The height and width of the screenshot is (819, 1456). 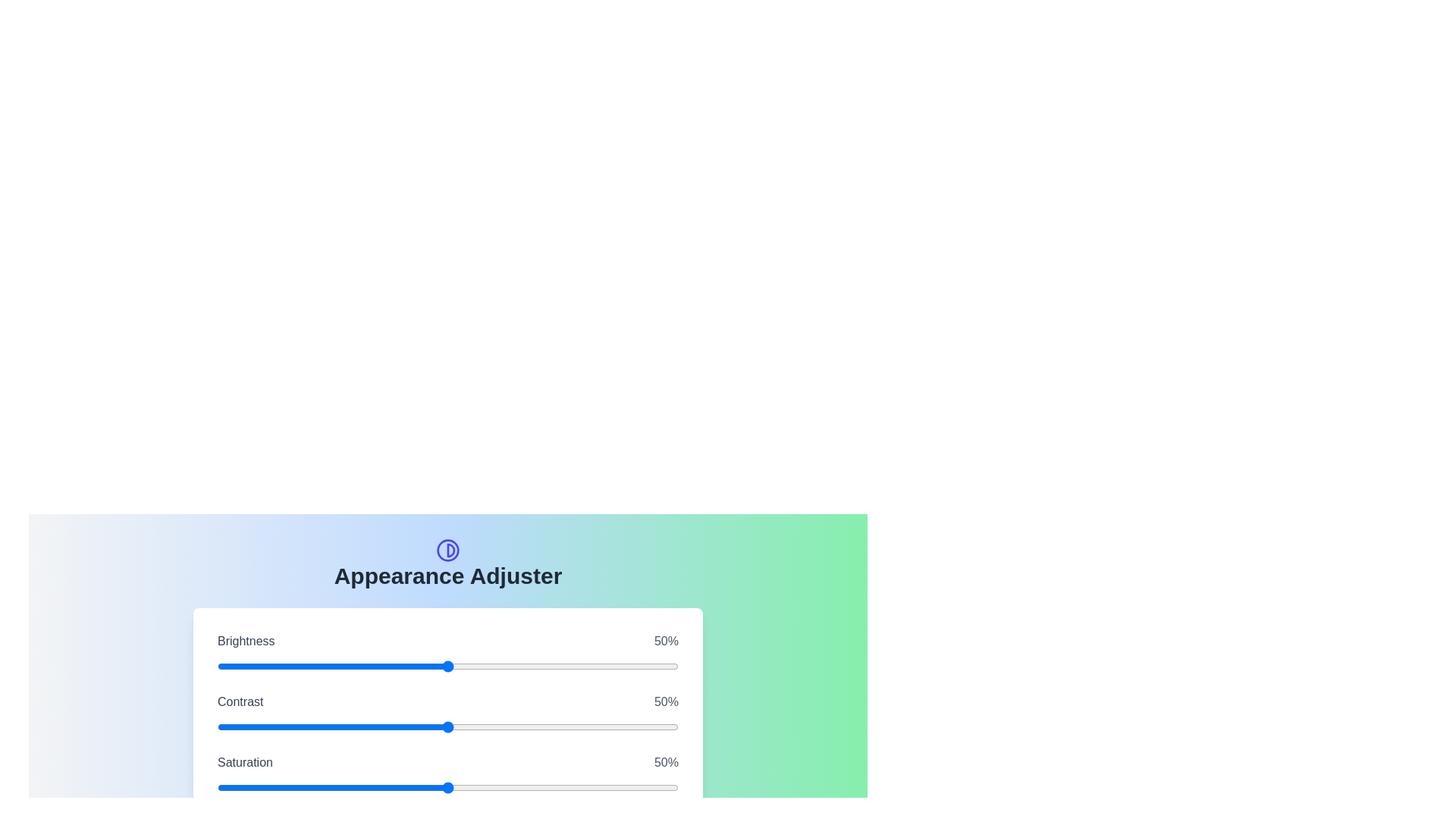 I want to click on the 0 slider to 8%, so click(x=466, y=666).